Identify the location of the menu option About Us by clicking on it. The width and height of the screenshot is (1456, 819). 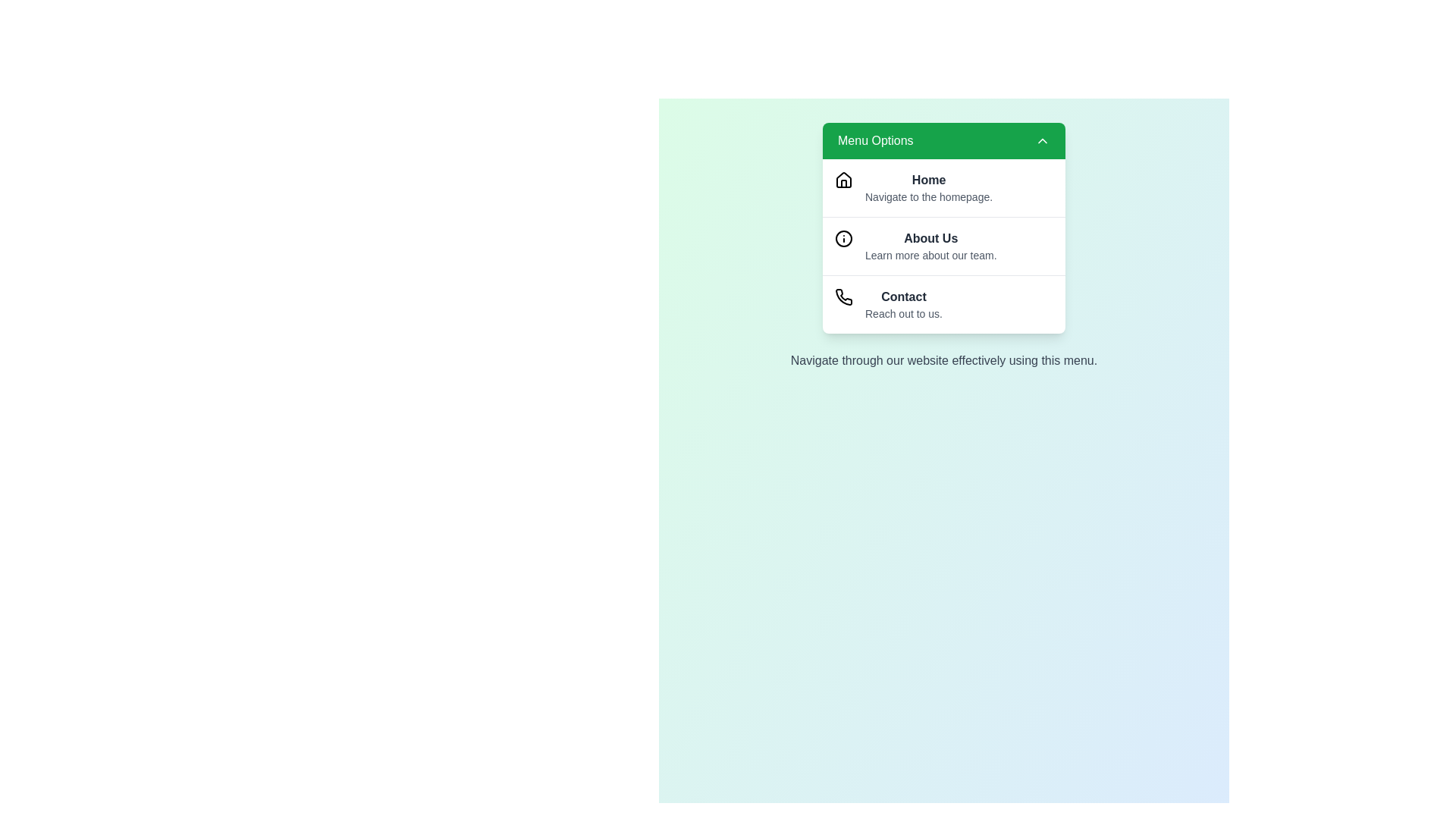
(943, 245).